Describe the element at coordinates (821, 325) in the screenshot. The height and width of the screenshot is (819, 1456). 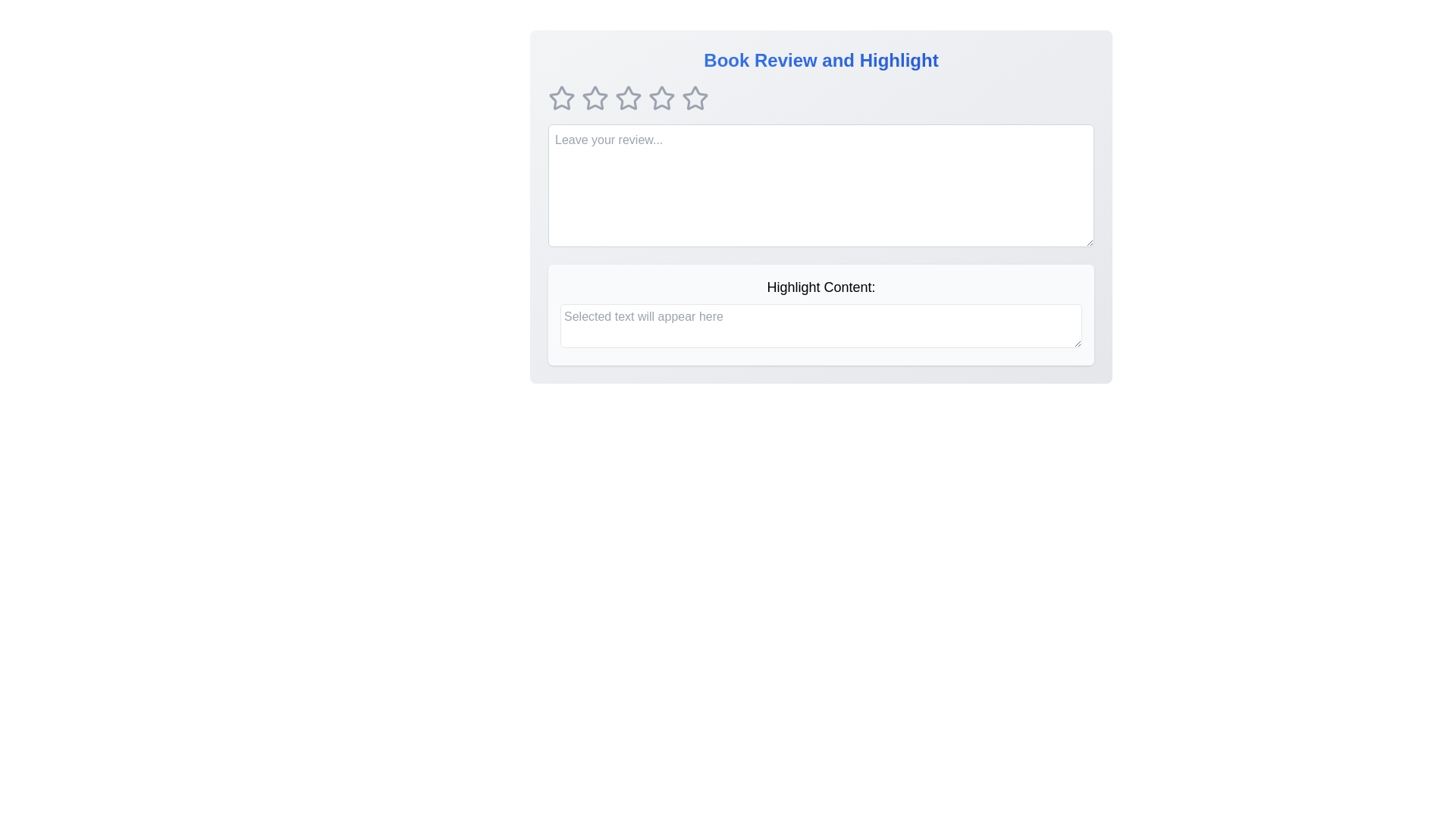
I see `the 'Highlight Content' section to focus on it` at that location.